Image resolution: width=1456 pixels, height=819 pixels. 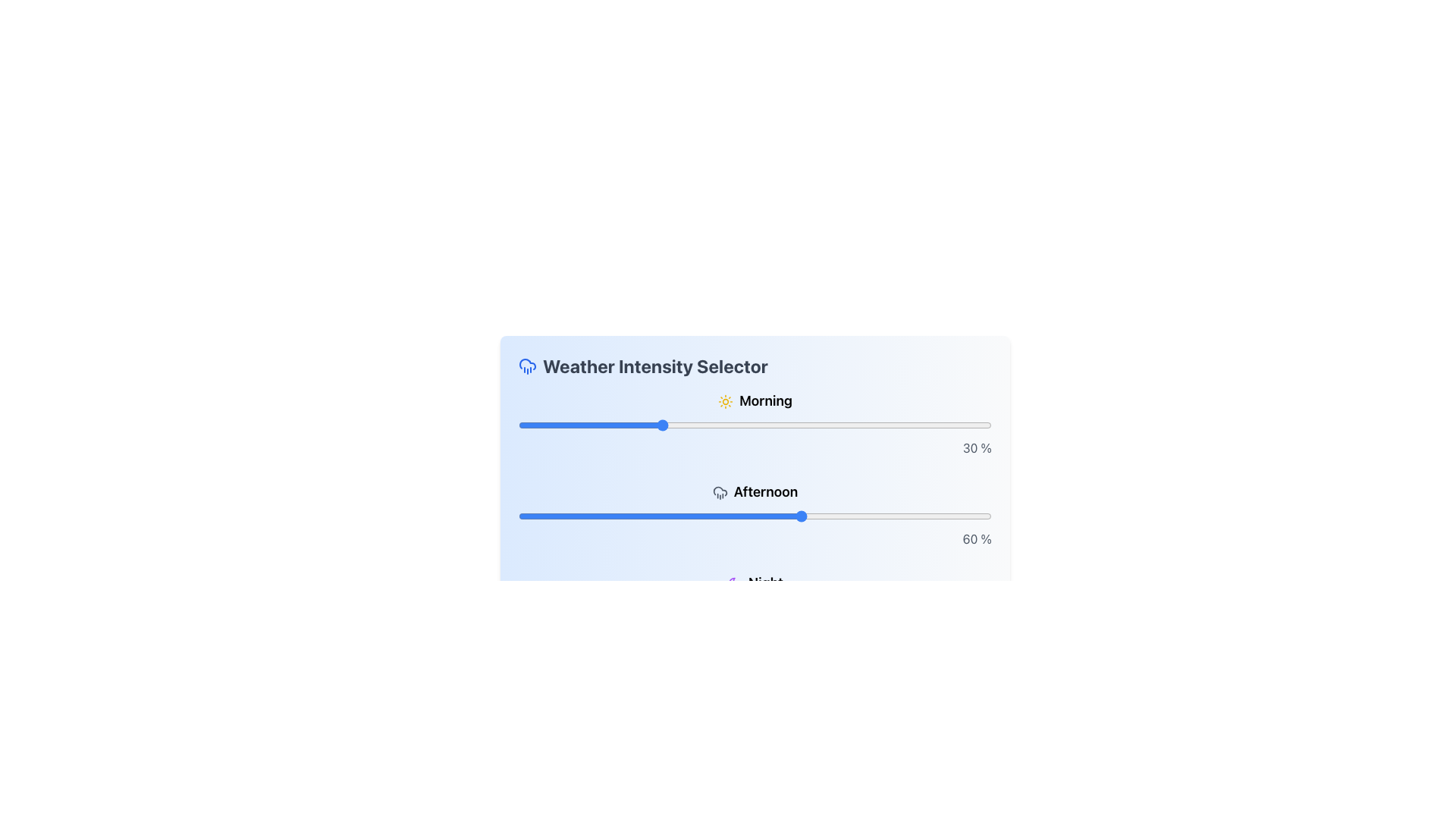 What do you see at coordinates (755, 629) in the screenshot?
I see `the text label displaying '20 %' that is styled in gray and located within the 'Night' section, positioned below the intensity slider` at bounding box center [755, 629].